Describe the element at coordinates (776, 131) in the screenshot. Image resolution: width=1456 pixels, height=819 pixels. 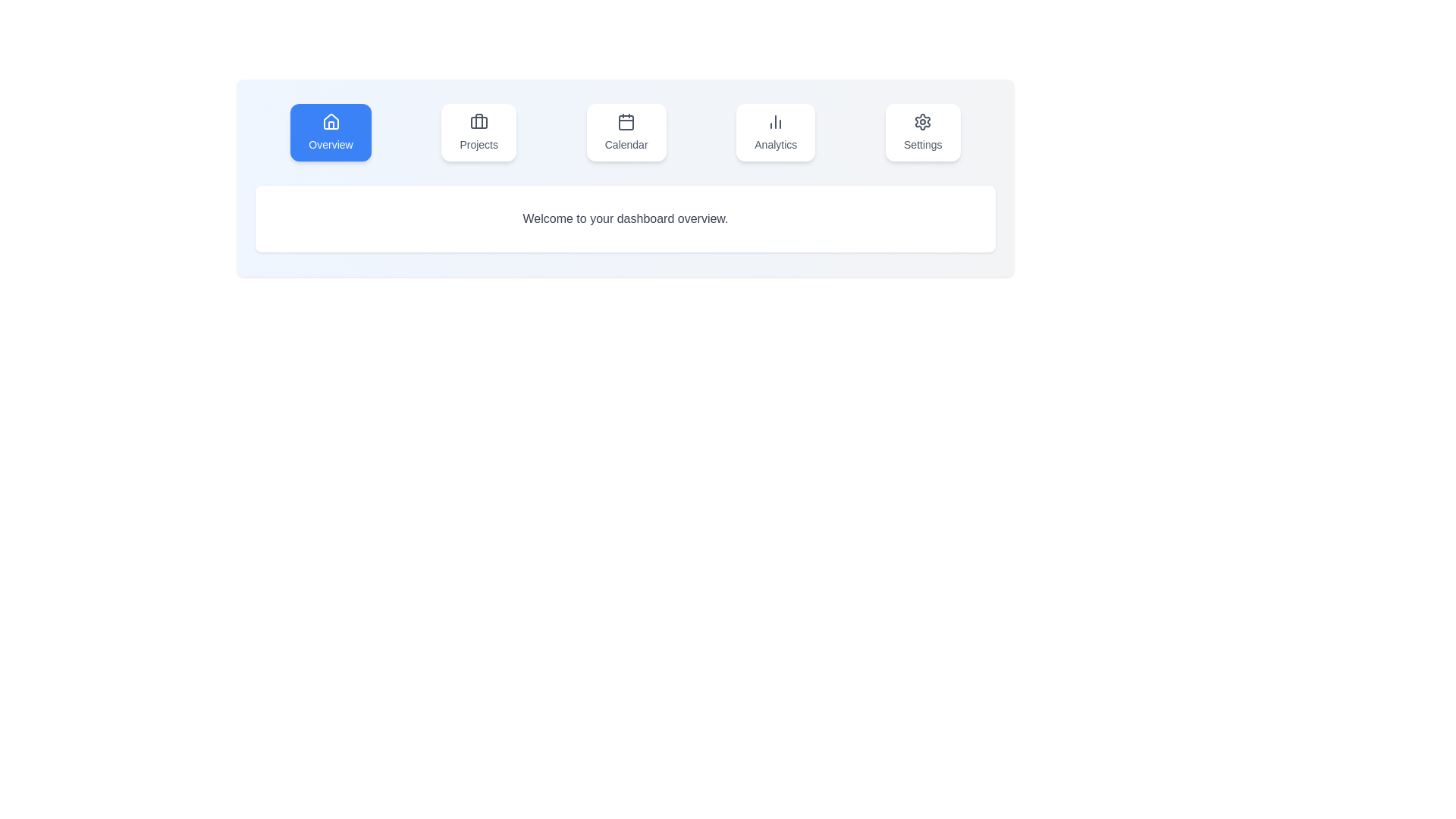
I see `the 'Analytics' button, which is a rectangular button with a bar chart icon and gray text, to observe its scaling effect` at that location.